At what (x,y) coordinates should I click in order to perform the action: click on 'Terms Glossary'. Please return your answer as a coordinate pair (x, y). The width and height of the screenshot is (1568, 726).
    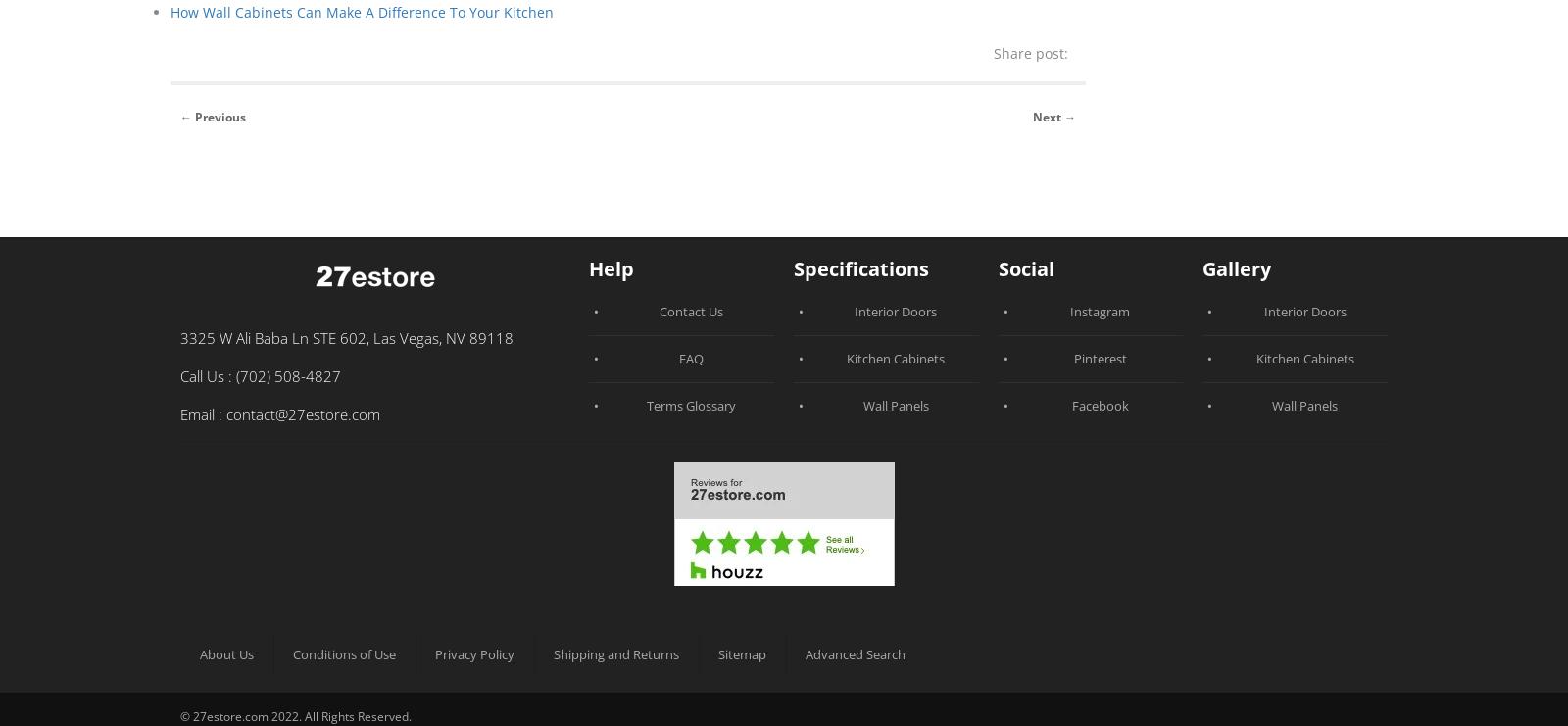
    Looking at the image, I should click on (691, 404).